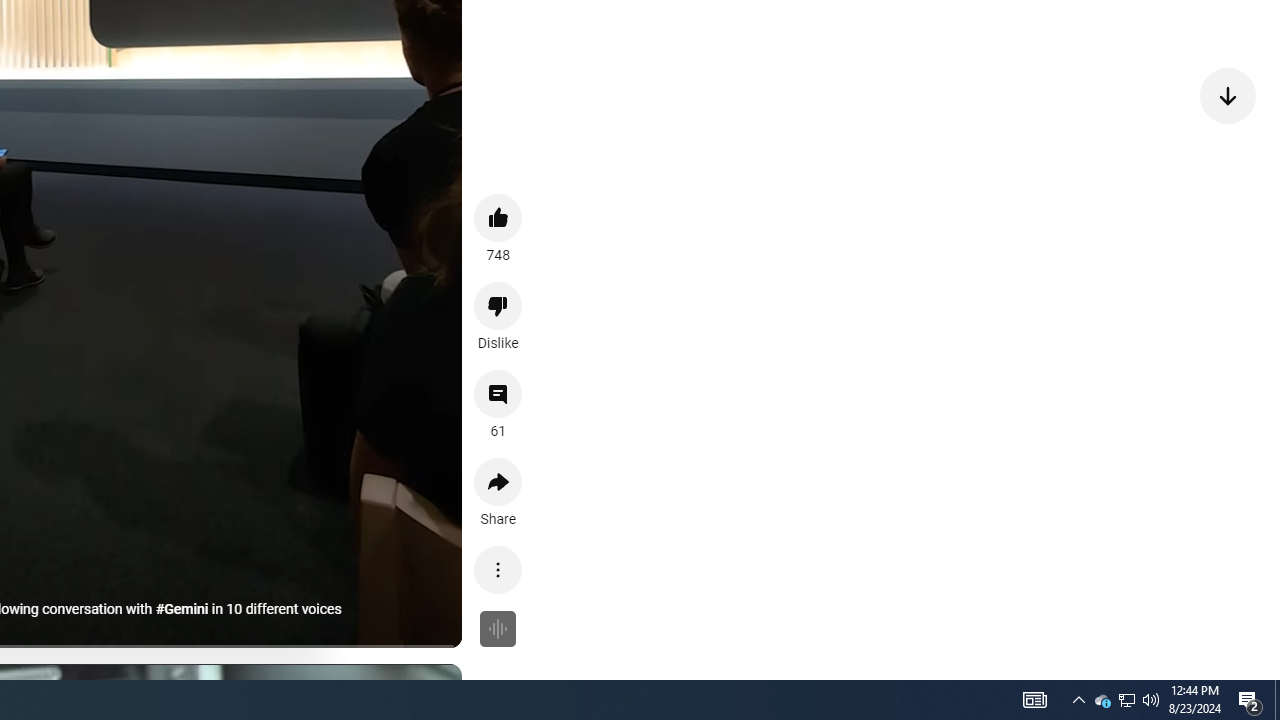  What do you see at coordinates (498, 217) in the screenshot?
I see `'like this video along with 748 other people'` at bounding box center [498, 217].